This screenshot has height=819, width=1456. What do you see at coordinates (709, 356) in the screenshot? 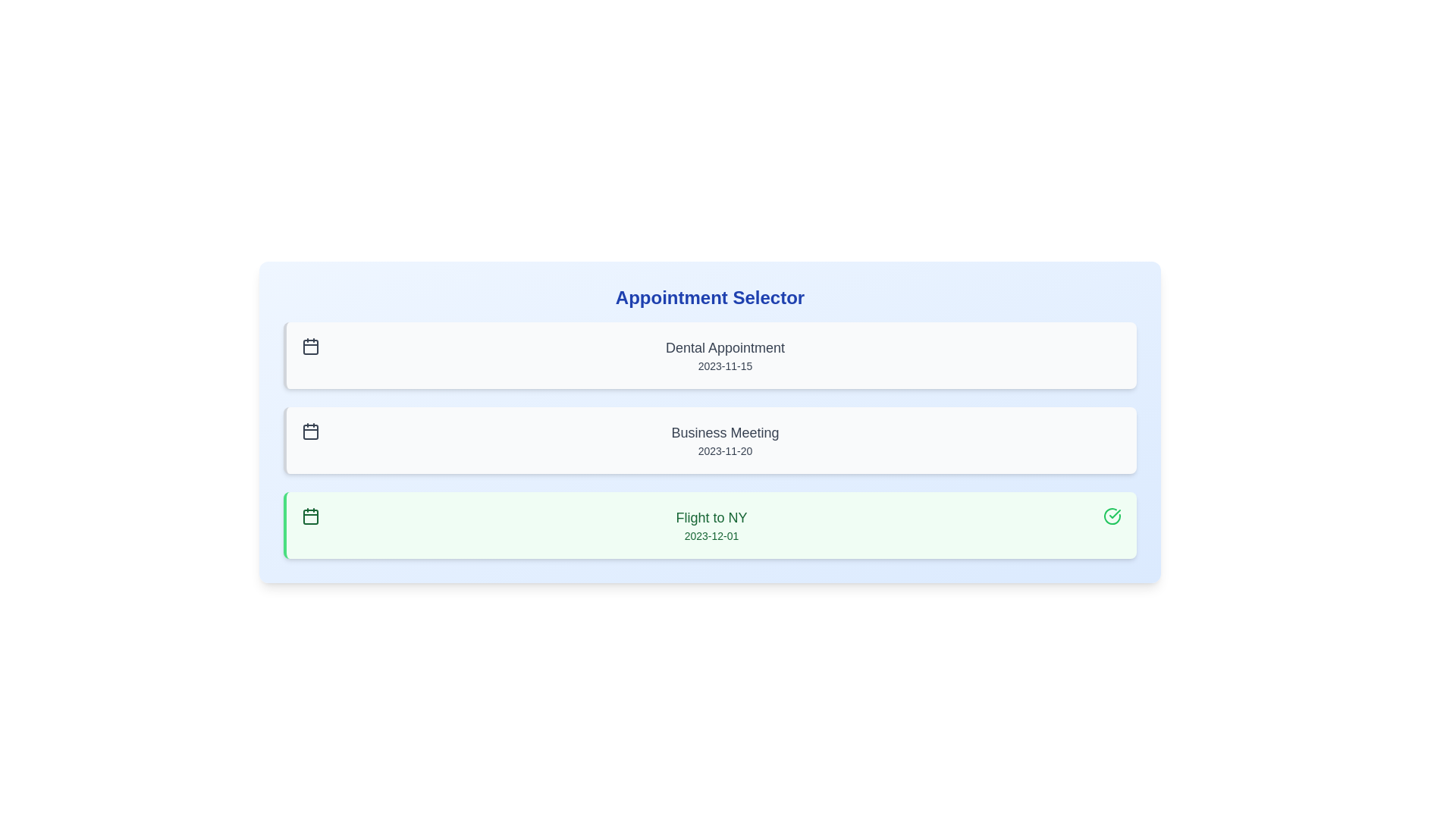
I see `the appointment with description 'Dental Appointment'` at bounding box center [709, 356].